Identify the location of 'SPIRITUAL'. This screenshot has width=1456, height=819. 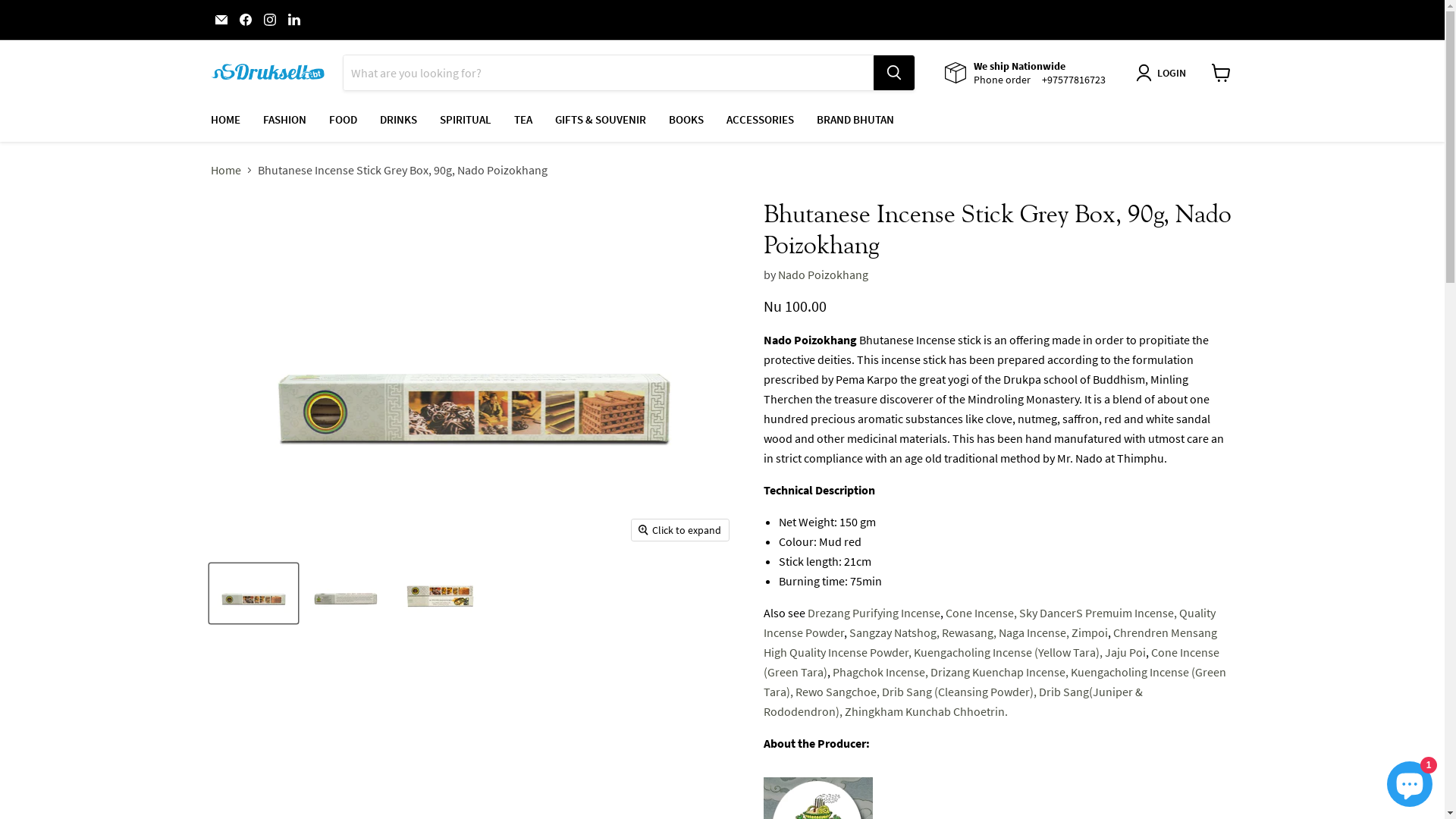
(464, 119).